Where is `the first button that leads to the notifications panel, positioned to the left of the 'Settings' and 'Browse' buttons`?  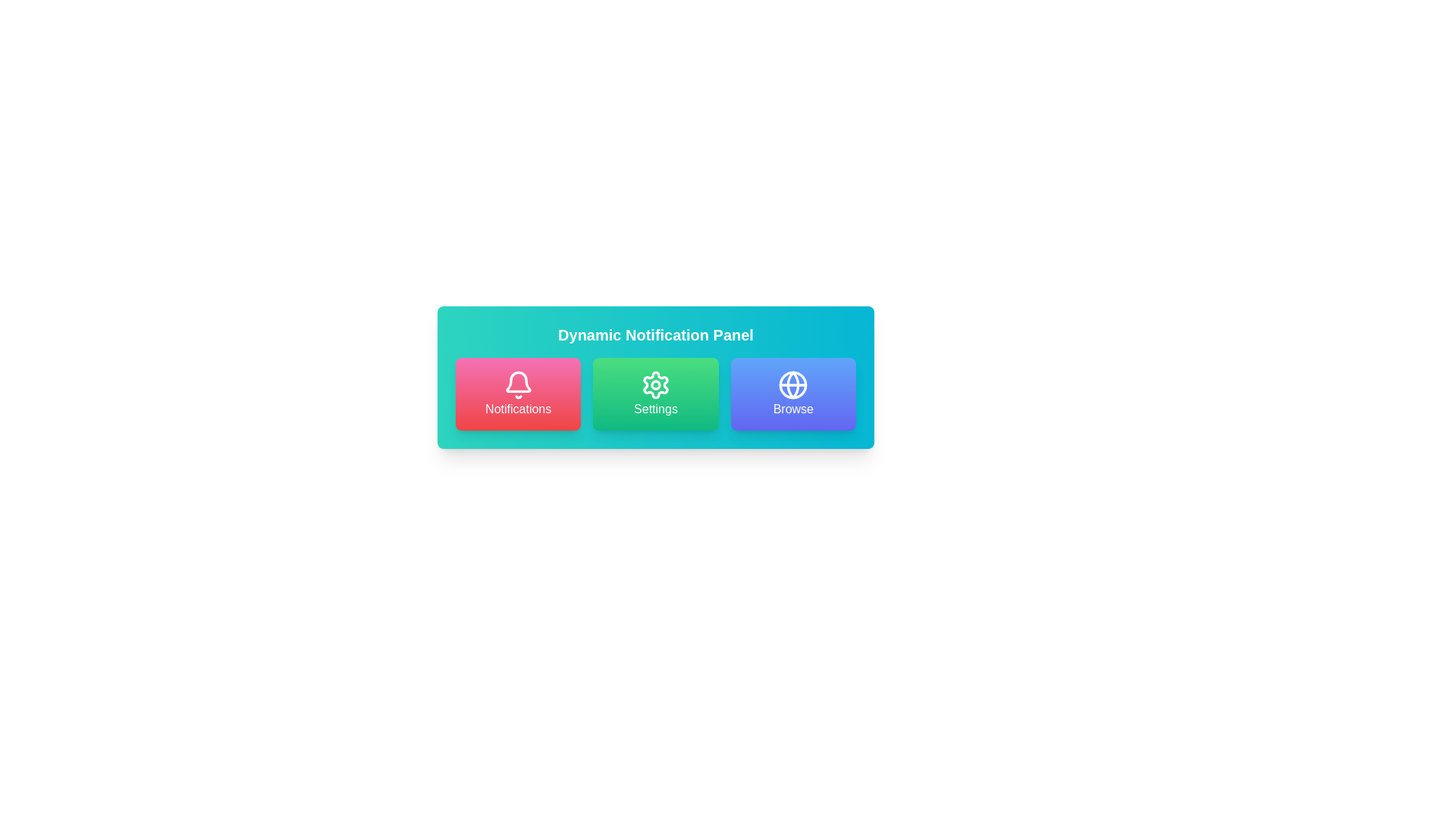 the first button that leads to the notifications panel, positioned to the left of the 'Settings' and 'Browse' buttons is located at coordinates (518, 394).